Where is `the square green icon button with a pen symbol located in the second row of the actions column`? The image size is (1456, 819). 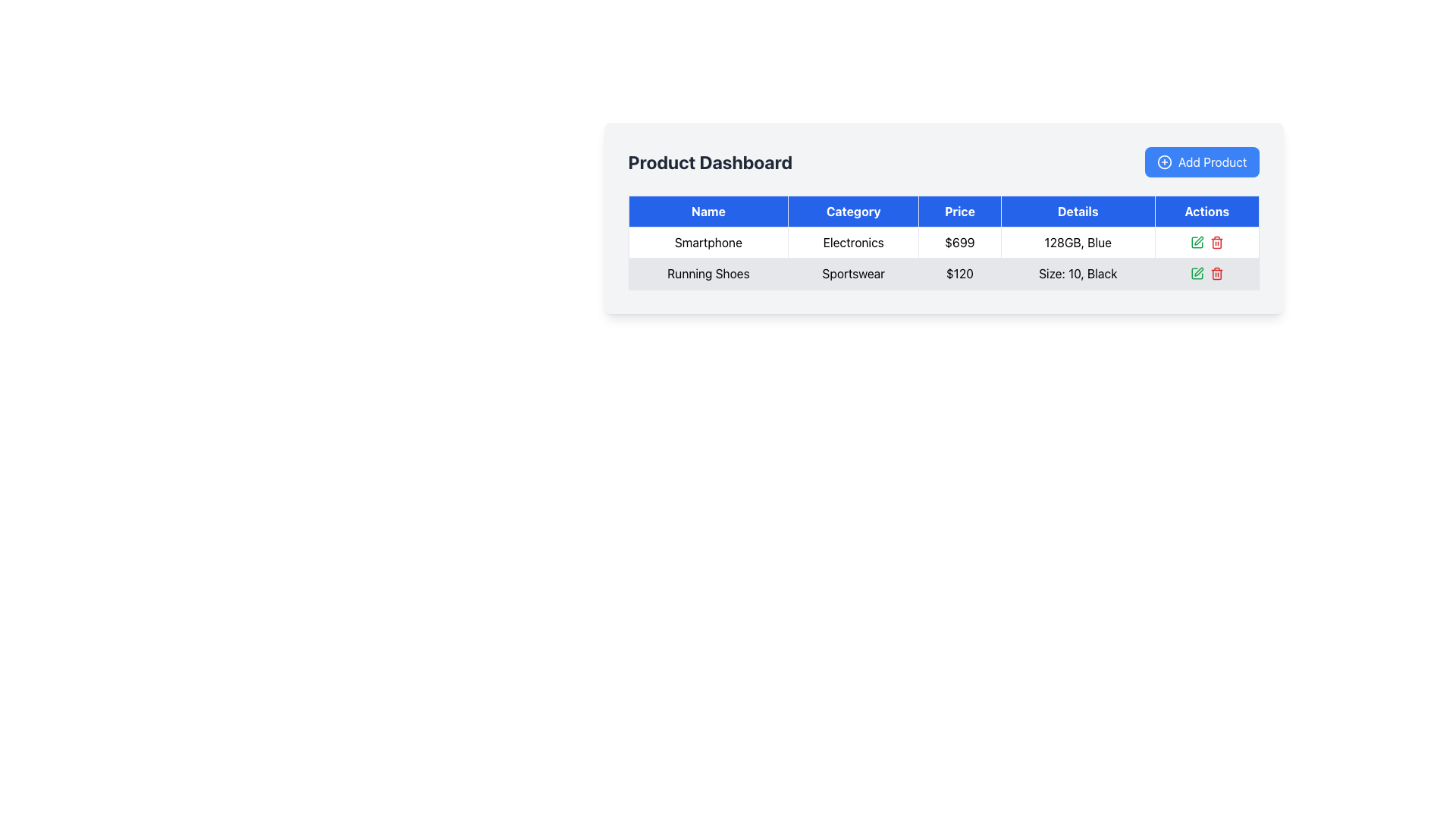 the square green icon button with a pen symbol located in the second row of the actions column is located at coordinates (1196, 274).